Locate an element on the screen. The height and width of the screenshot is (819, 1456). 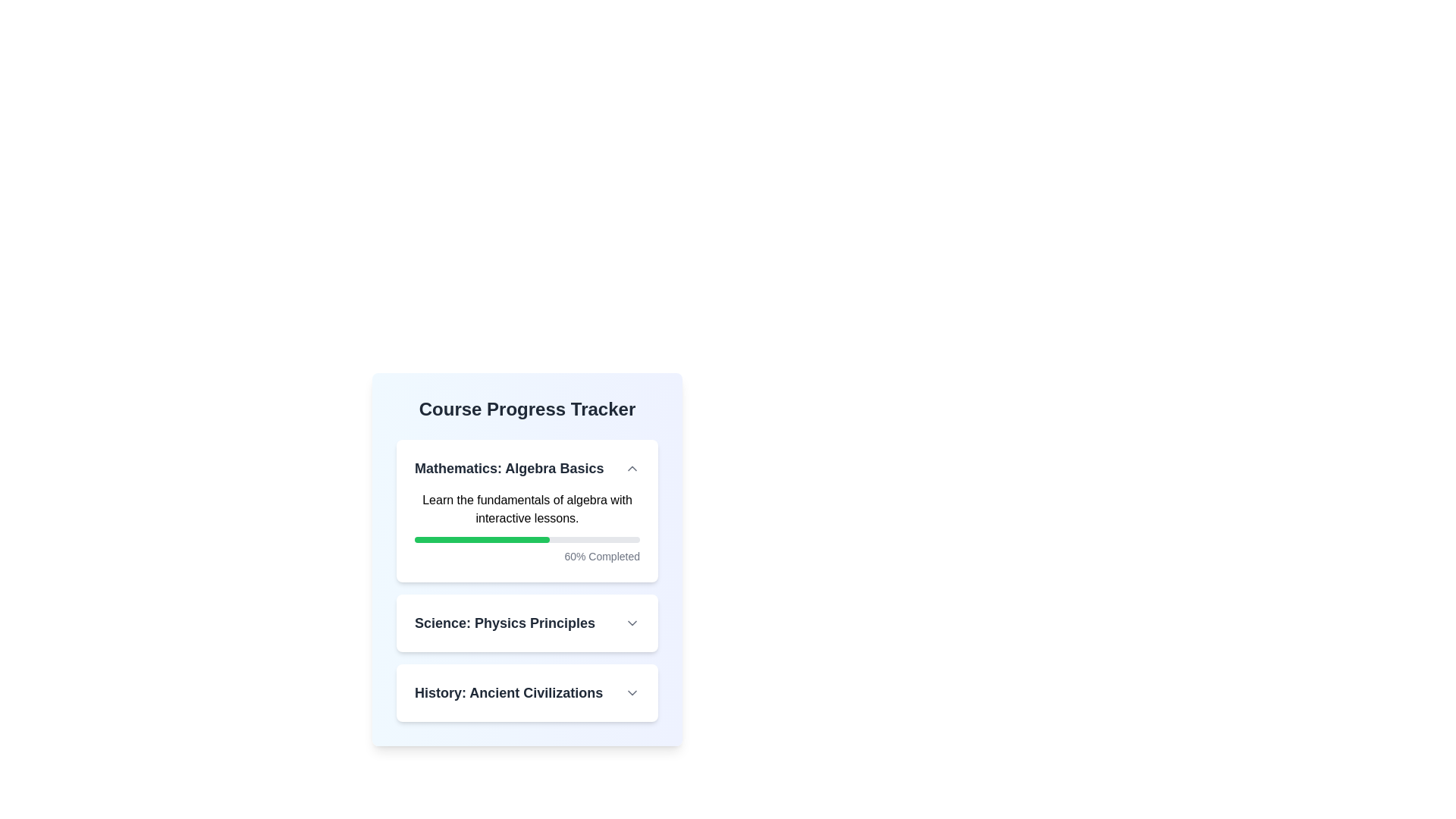
the 'History: Ancient Civilizations' text label with a chevron icon is located at coordinates (527, 693).